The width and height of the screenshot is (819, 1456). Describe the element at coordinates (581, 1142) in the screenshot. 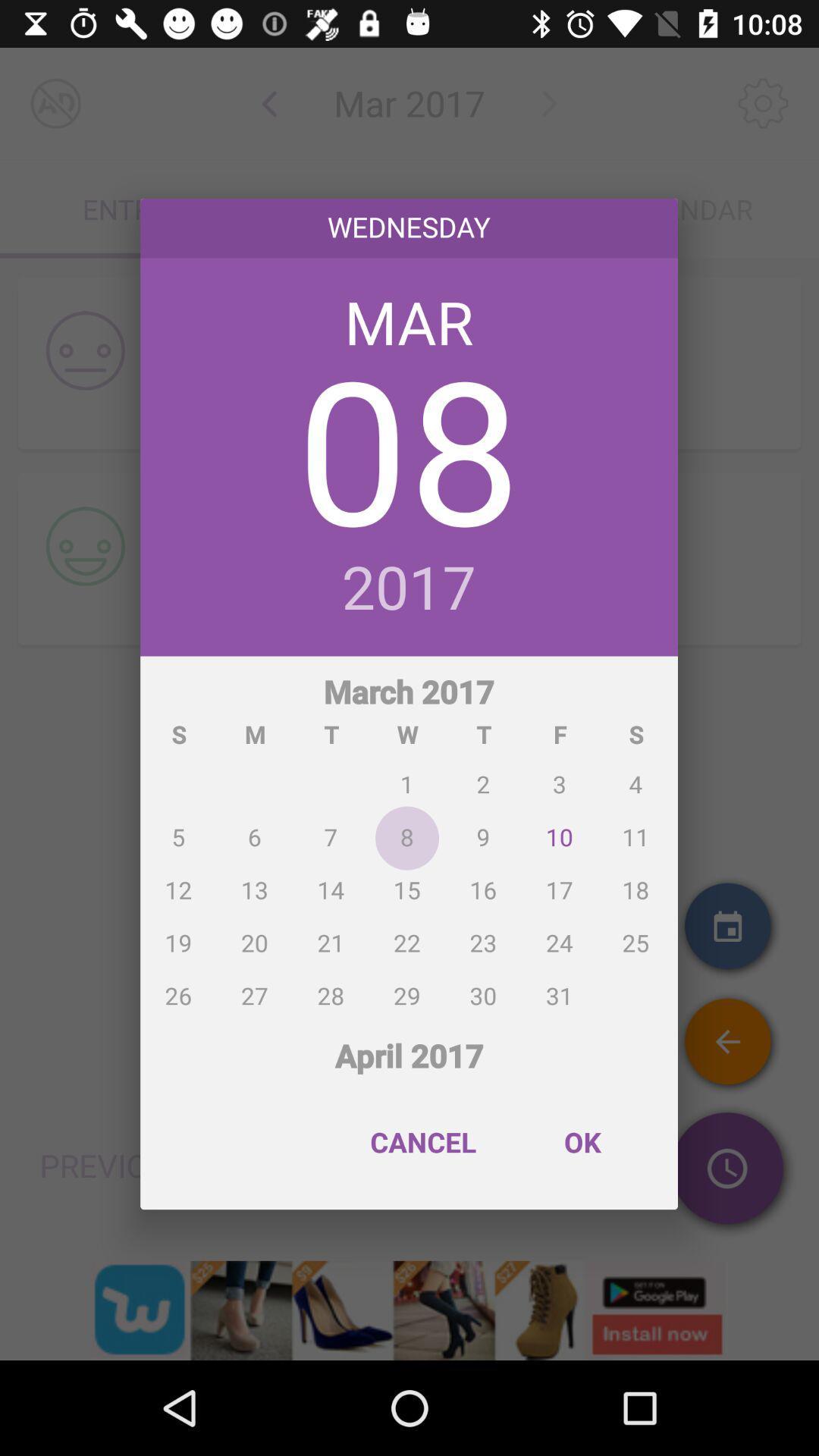

I see `button to the right of the cancel icon` at that location.